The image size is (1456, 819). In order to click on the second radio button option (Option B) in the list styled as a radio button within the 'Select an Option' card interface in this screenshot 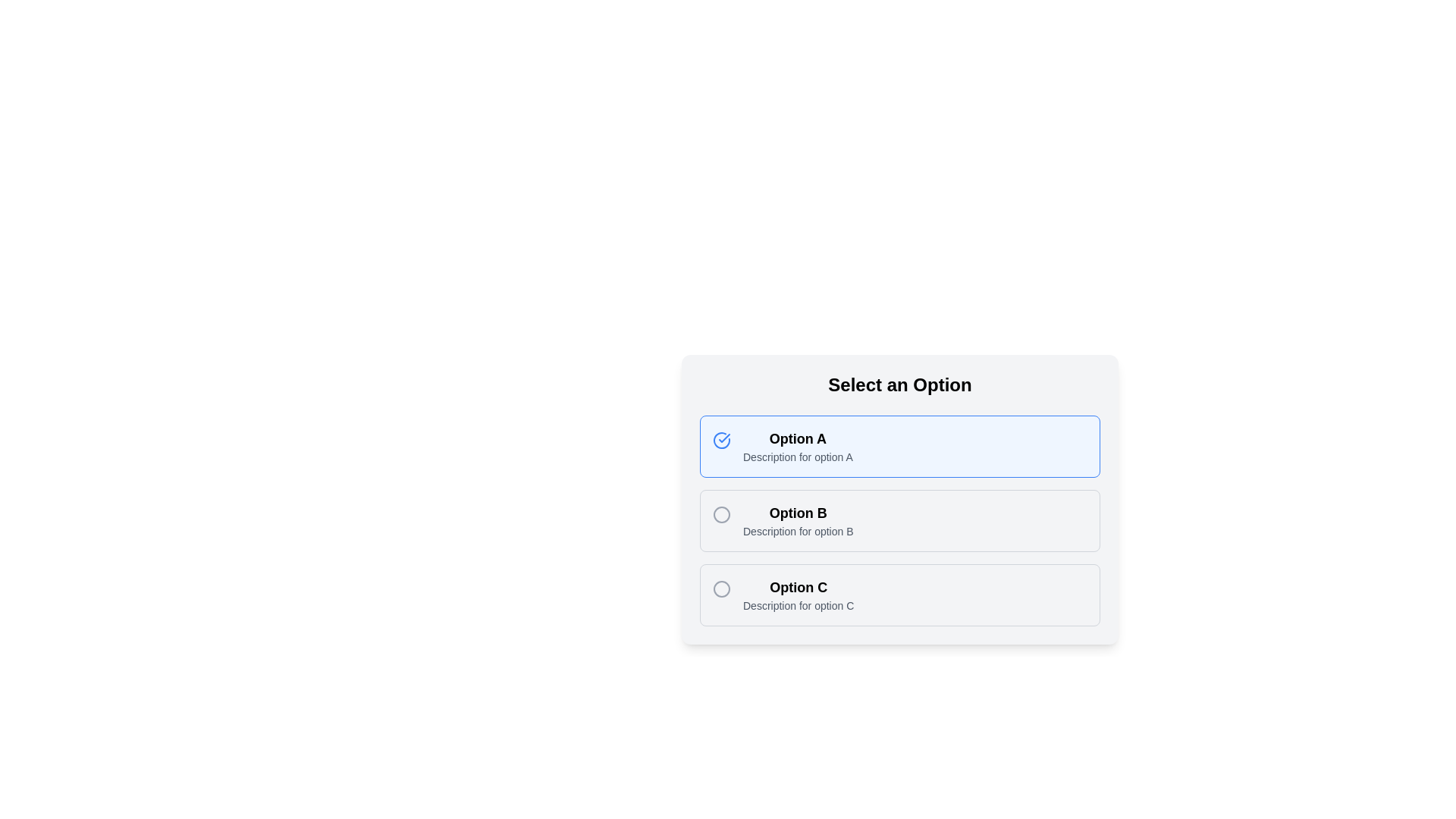, I will do `click(899, 519)`.